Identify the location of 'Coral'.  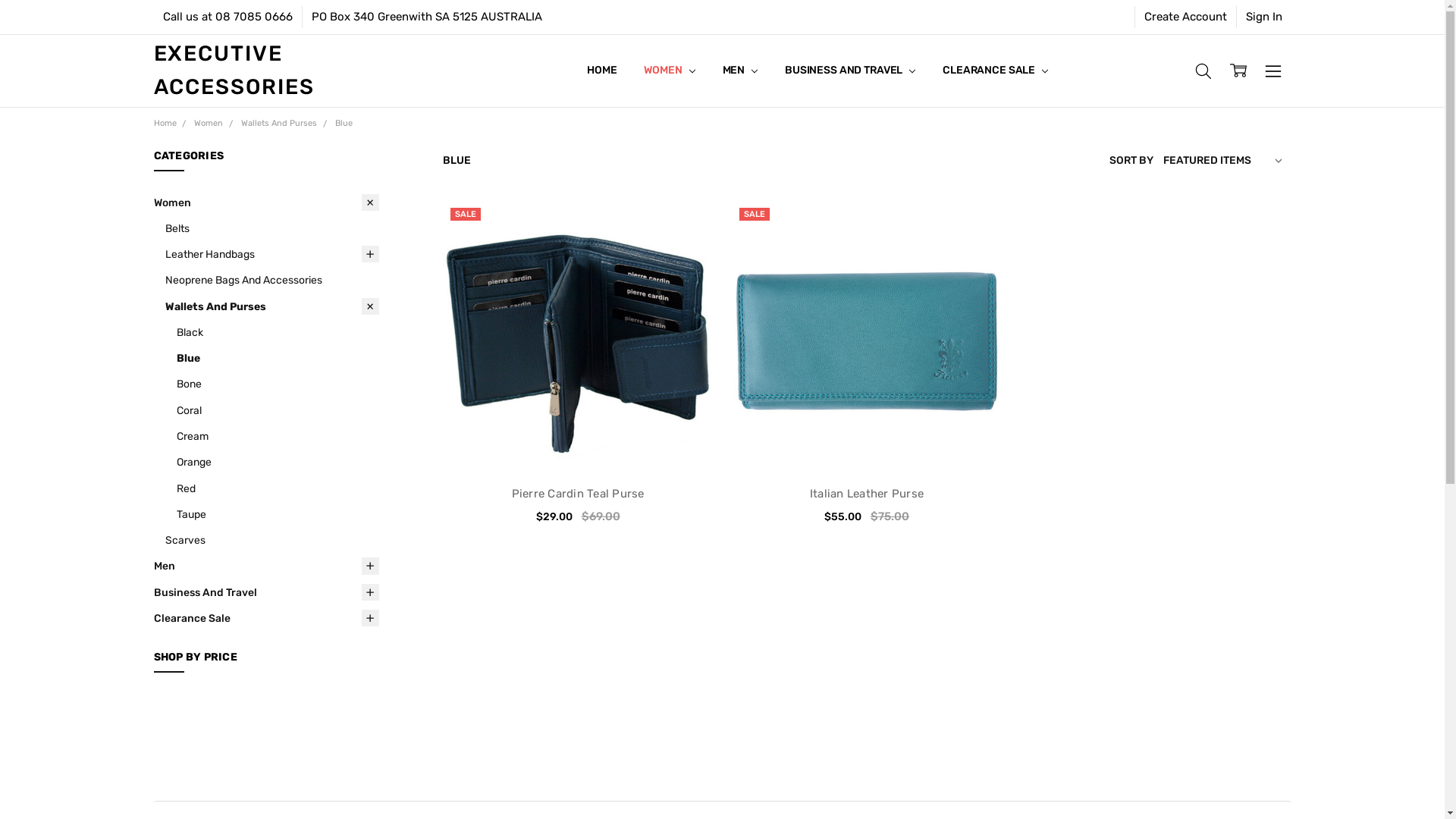
(277, 409).